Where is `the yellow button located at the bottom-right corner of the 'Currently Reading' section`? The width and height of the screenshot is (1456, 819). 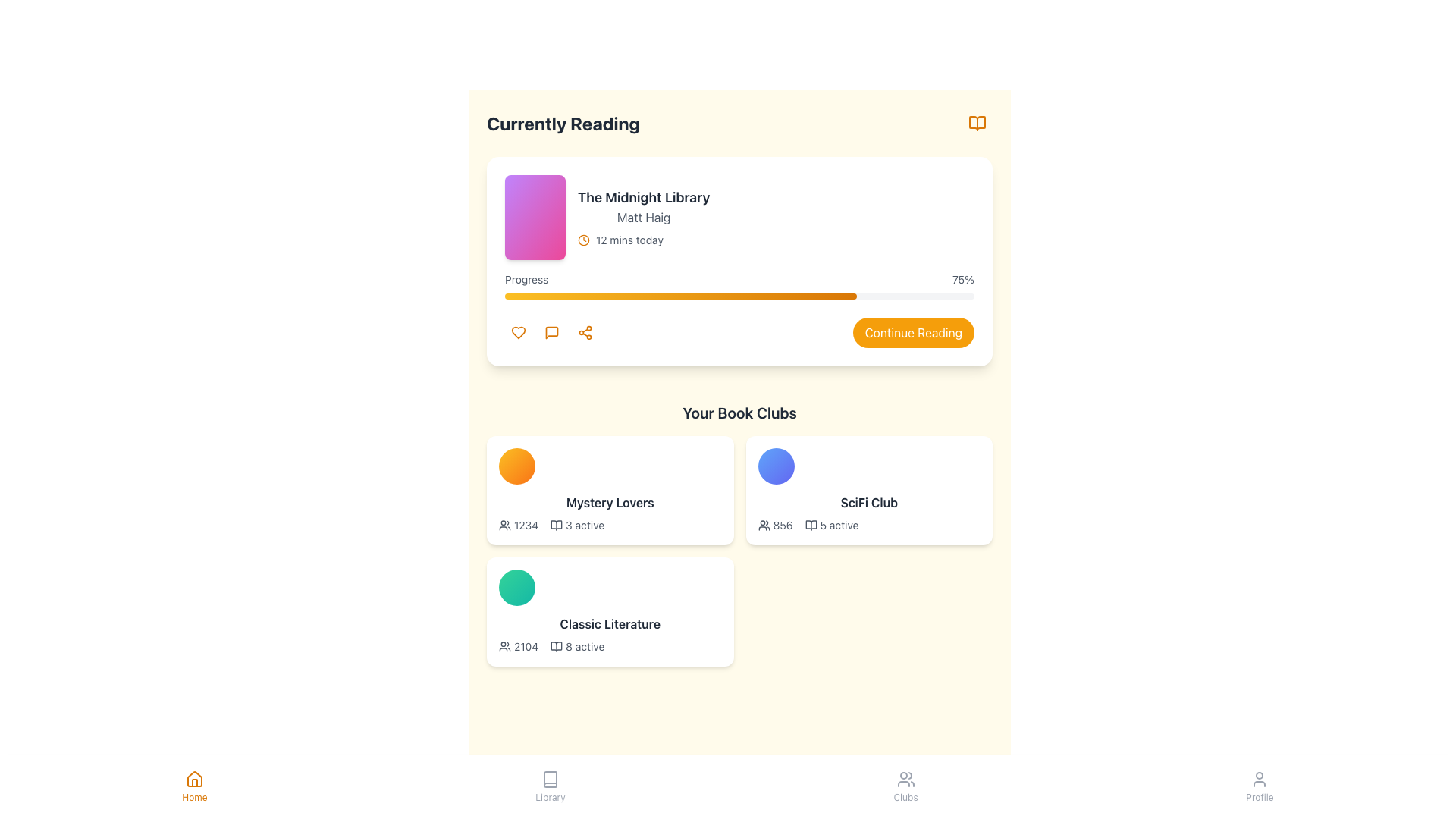 the yellow button located at the bottom-right corner of the 'Currently Reading' section is located at coordinates (912, 332).